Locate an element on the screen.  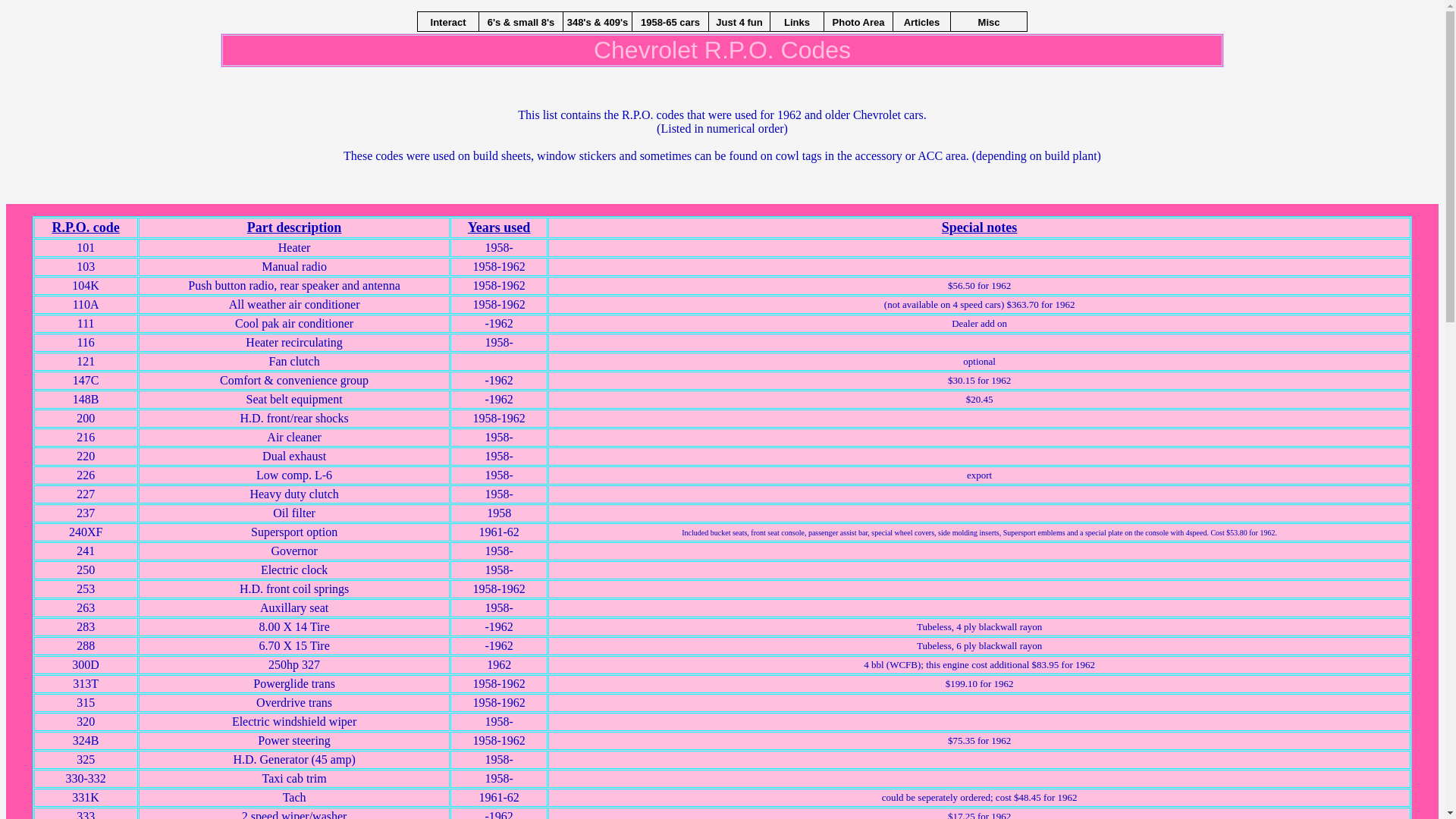
'6's & small 8's' is located at coordinates (520, 21).